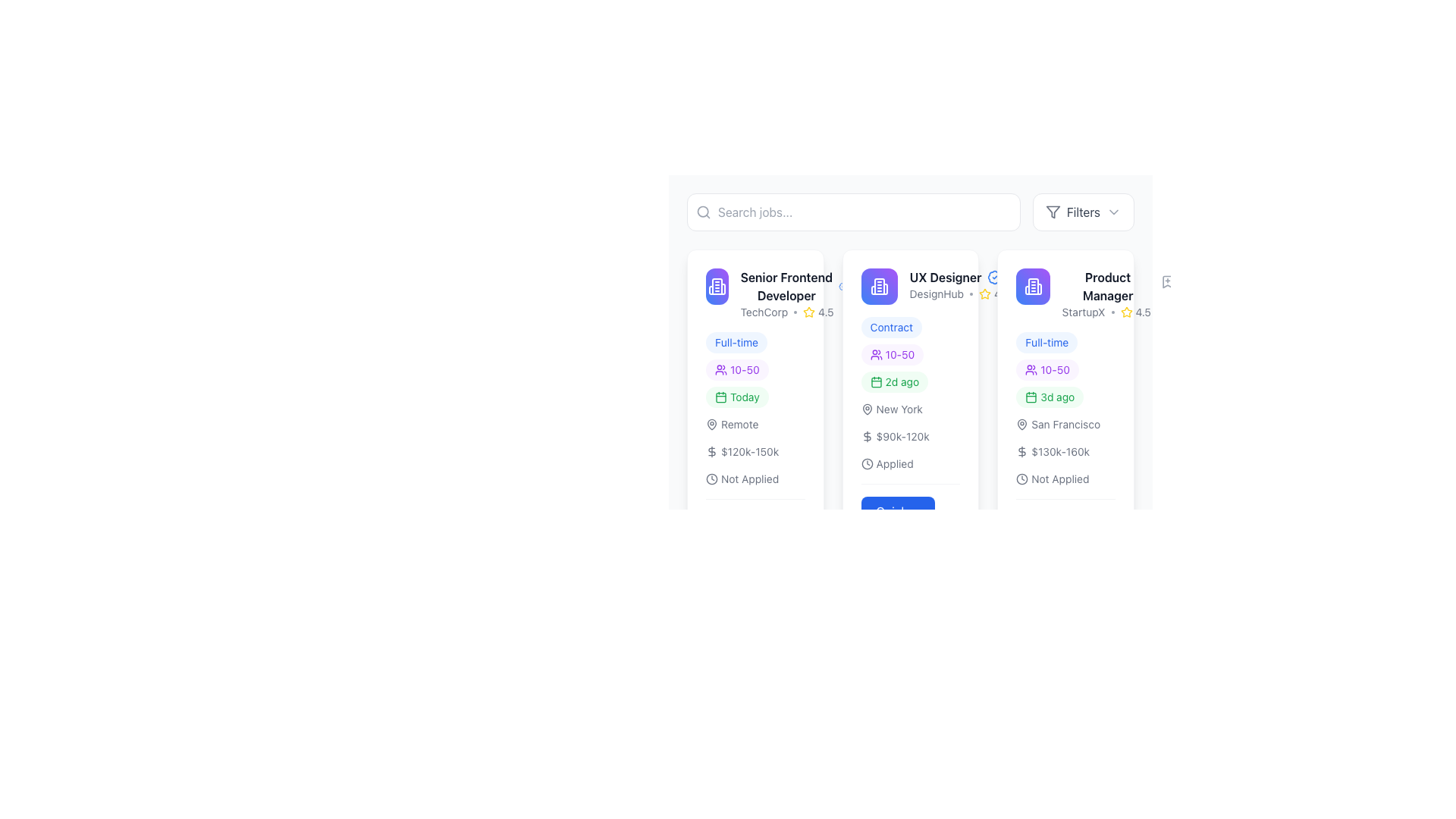 Image resolution: width=1456 pixels, height=819 pixels. I want to click on the job posting card for the Product Manager role at StartupX, so click(1065, 414).